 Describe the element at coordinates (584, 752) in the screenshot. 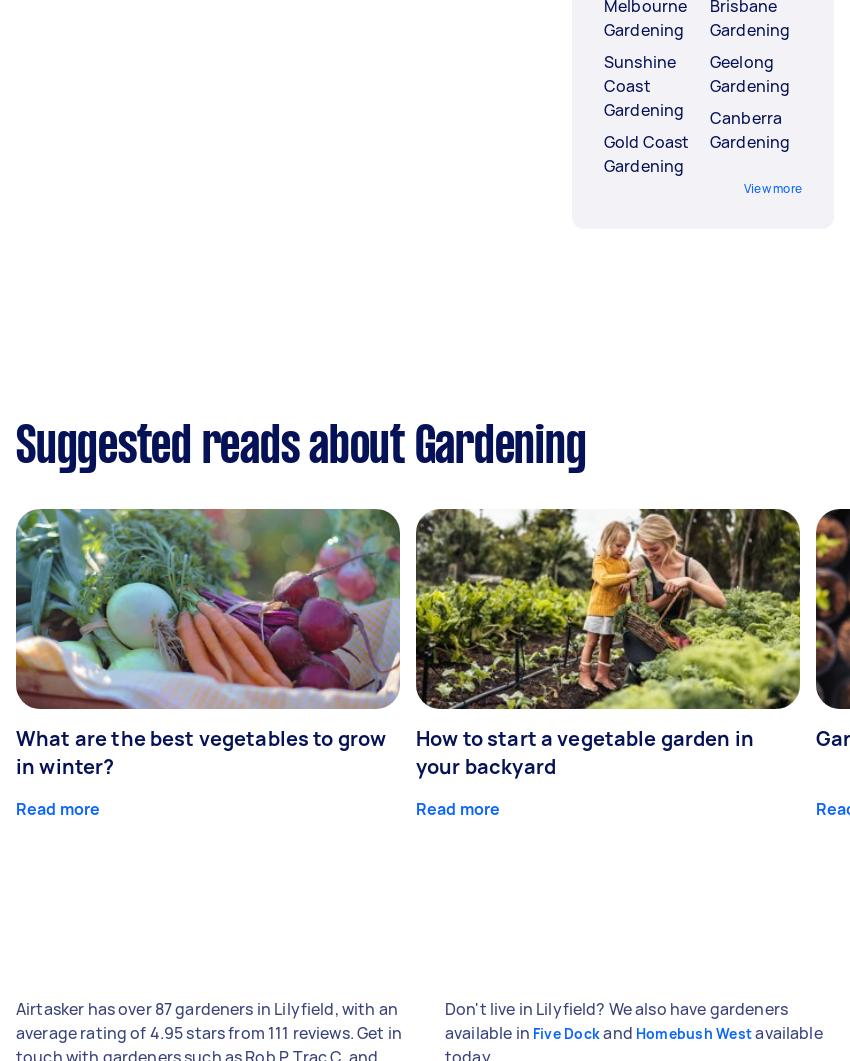

I see `'How to start a vegetable garden in your backyard'` at that location.